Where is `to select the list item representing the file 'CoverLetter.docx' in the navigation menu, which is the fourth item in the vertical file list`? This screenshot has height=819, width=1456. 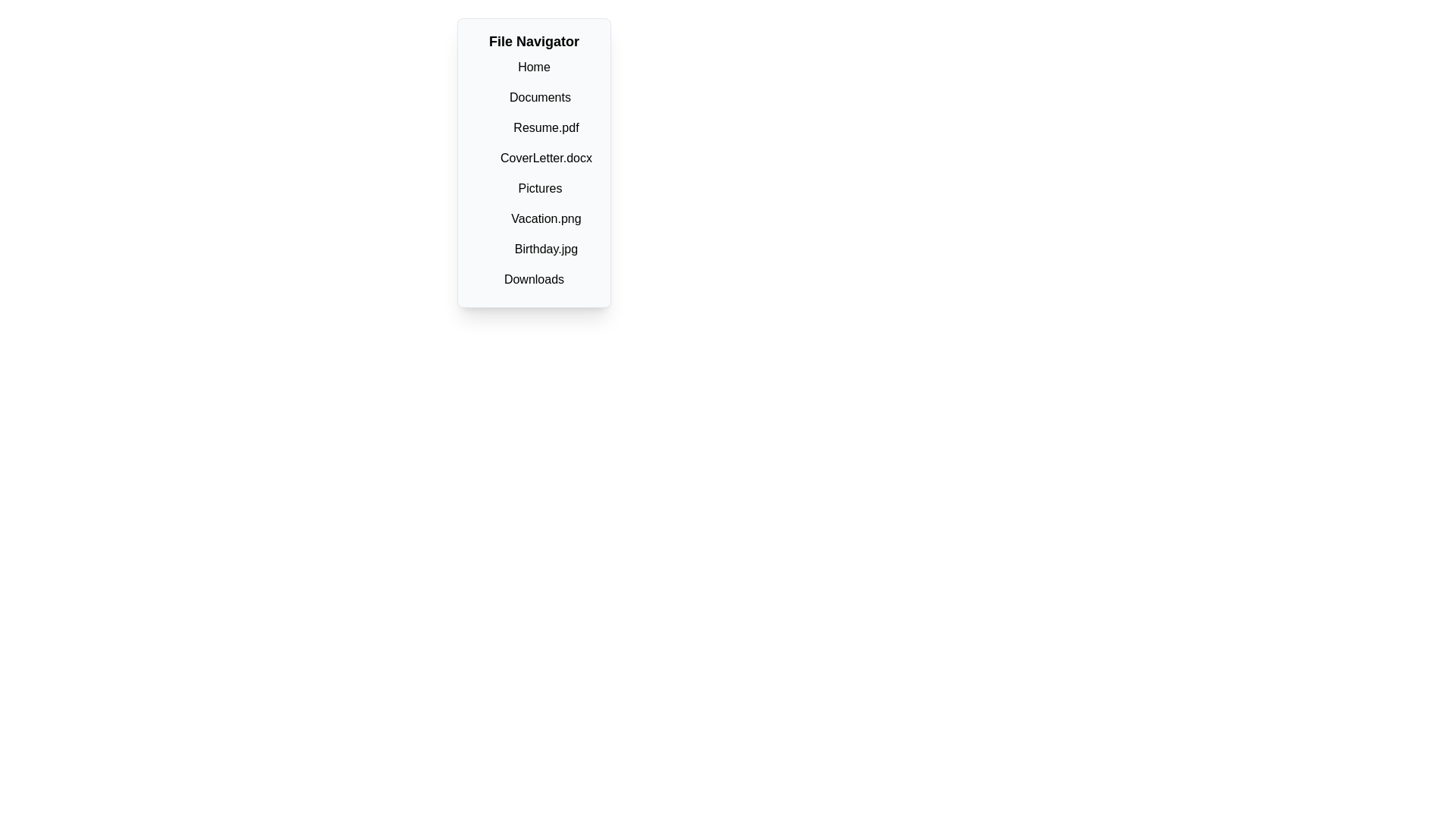 to select the list item representing the file 'CoverLetter.docx' in the navigation menu, which is the fourth item in the vertical file list is located at coordinates (534, 158).